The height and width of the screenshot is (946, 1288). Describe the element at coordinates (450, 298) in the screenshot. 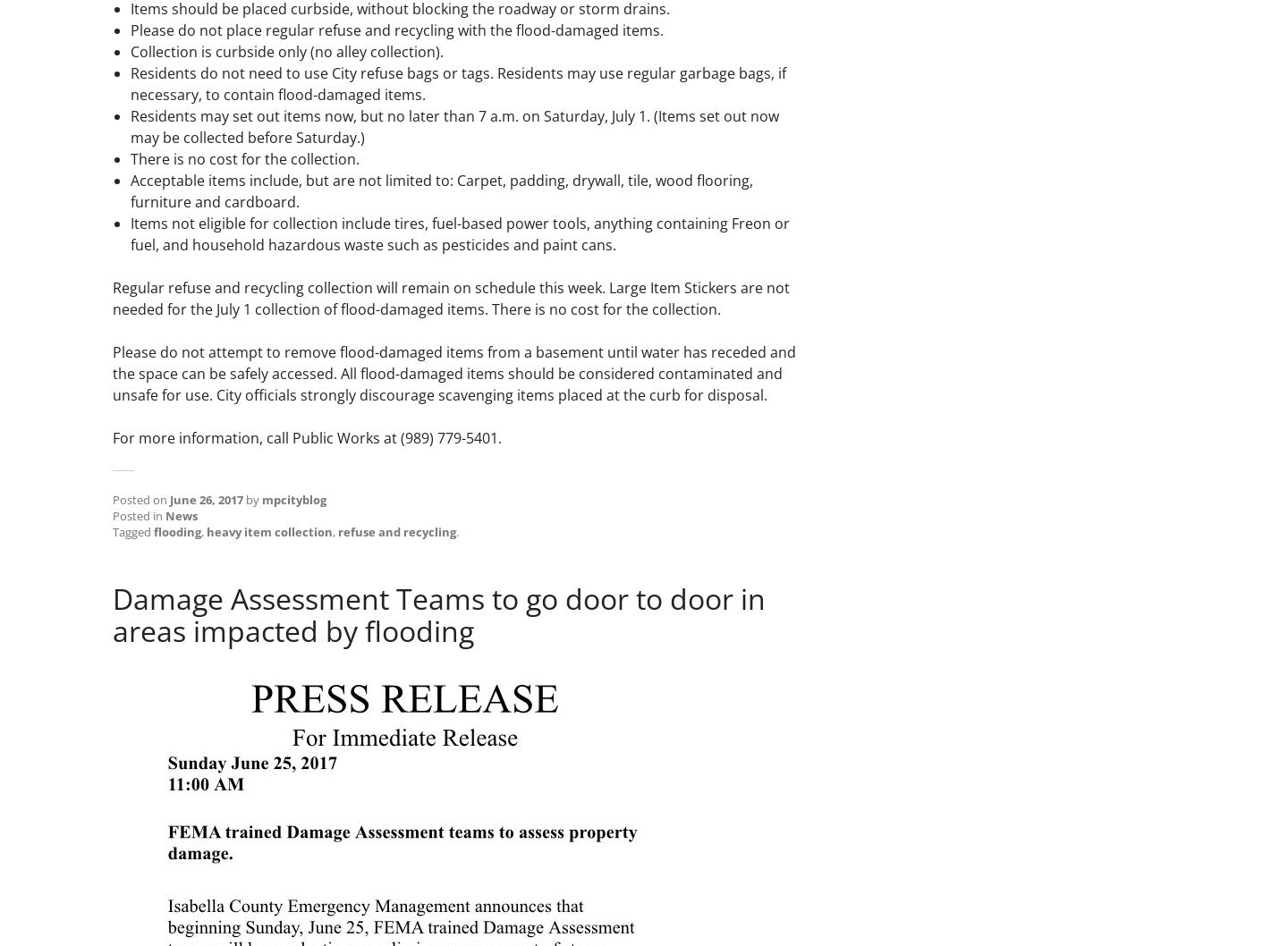

I see `'Regular refuse and recycling collection will remain on schedule this week. Large Item Stickers are not needed for the July 1 collection of flood-damaged items. There is no cost for the collection.'` at that location.